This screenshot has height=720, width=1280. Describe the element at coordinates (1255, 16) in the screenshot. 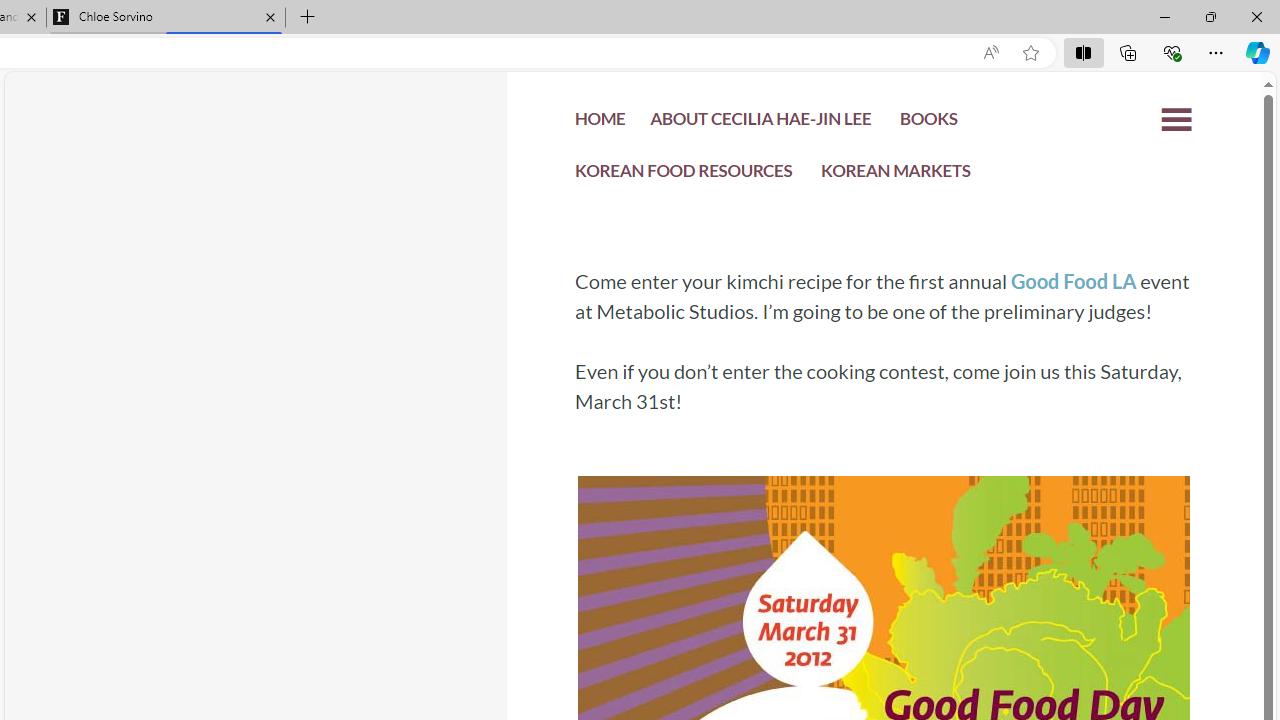

I see `'Close'` at that location.